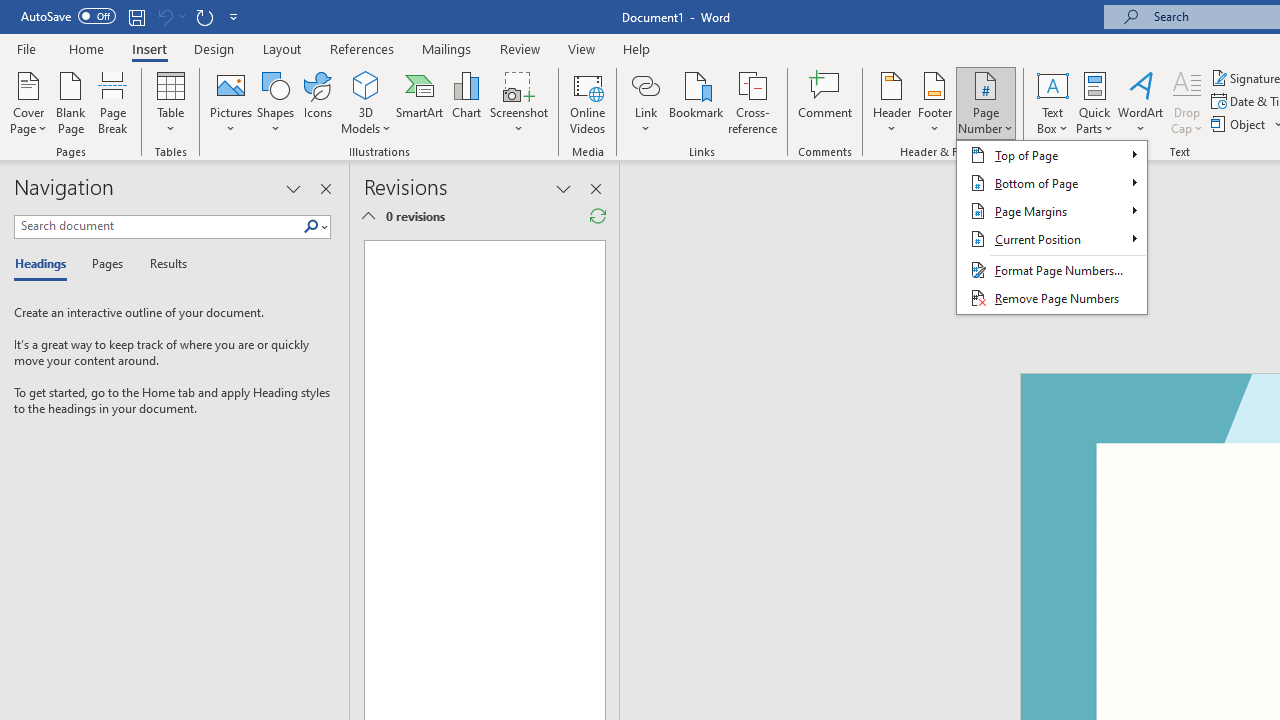 The image size is (1280, 720). Describe the element at coordinates (587, 103) in the screenshot. I see `'Online Videos...'` at that location.